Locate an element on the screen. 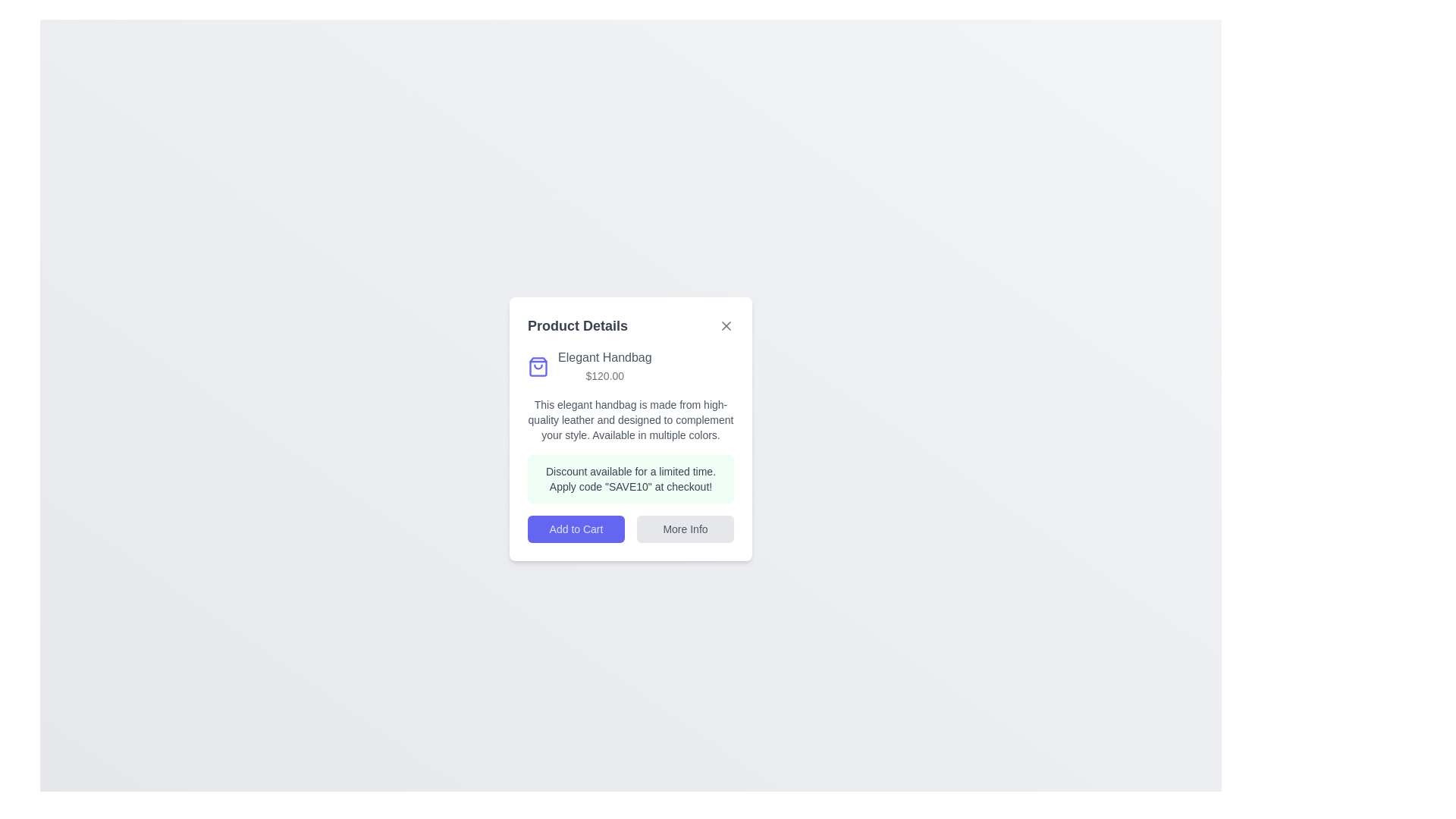 This screenshot has width=1456, height=819. the informational static text that displays a promotional discount code, located in a rounded, light green background panel underneath the product description section in the modal interface is located at coordinates (630, 479).